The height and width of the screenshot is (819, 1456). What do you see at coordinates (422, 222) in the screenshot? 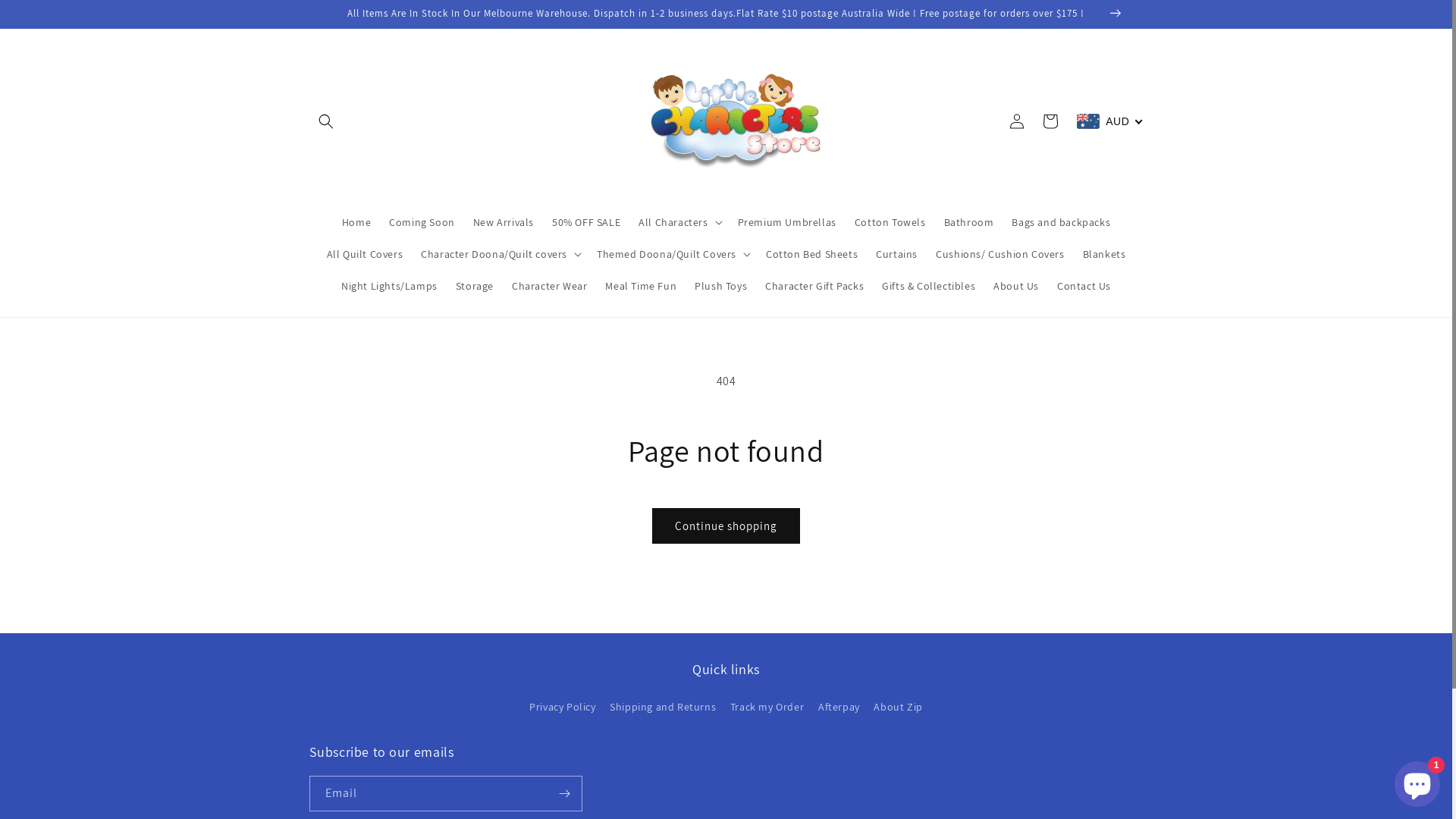
I see `'Coming Soon'` at bounding box center [422, 222].